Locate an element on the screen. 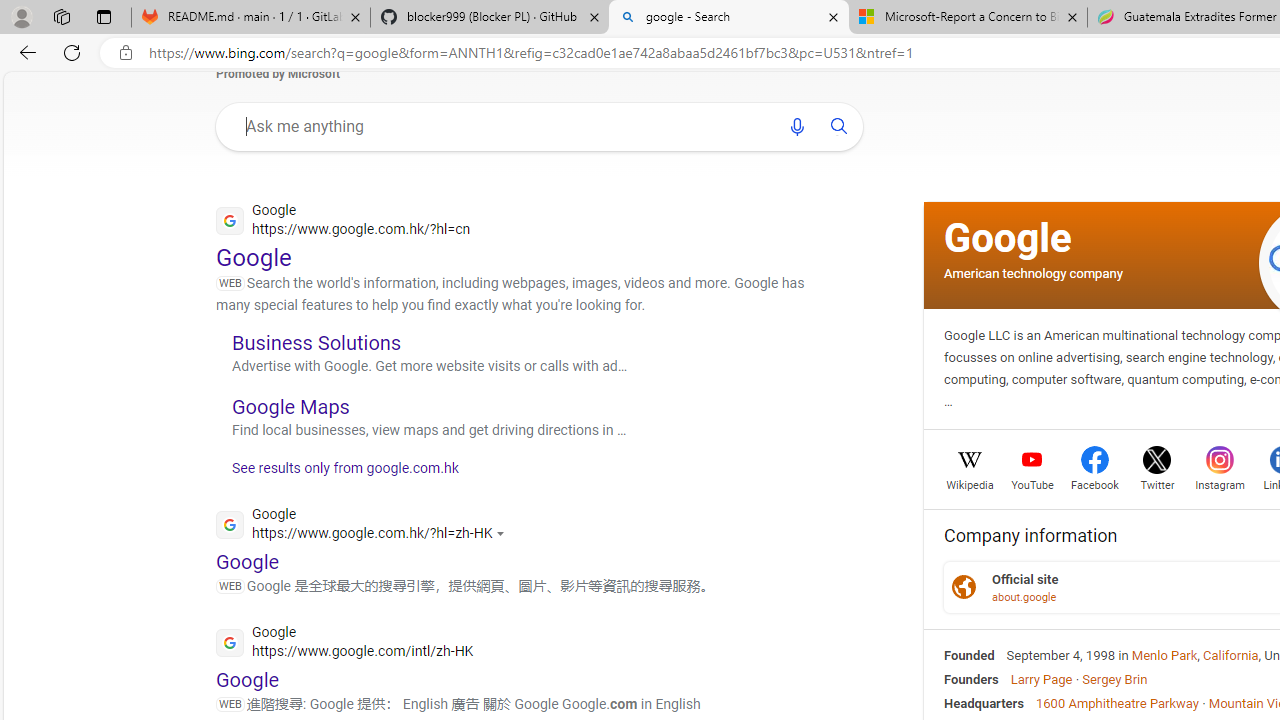 The image size is (1280, 720). 'Refresh' is located at coordinates (72, 51).